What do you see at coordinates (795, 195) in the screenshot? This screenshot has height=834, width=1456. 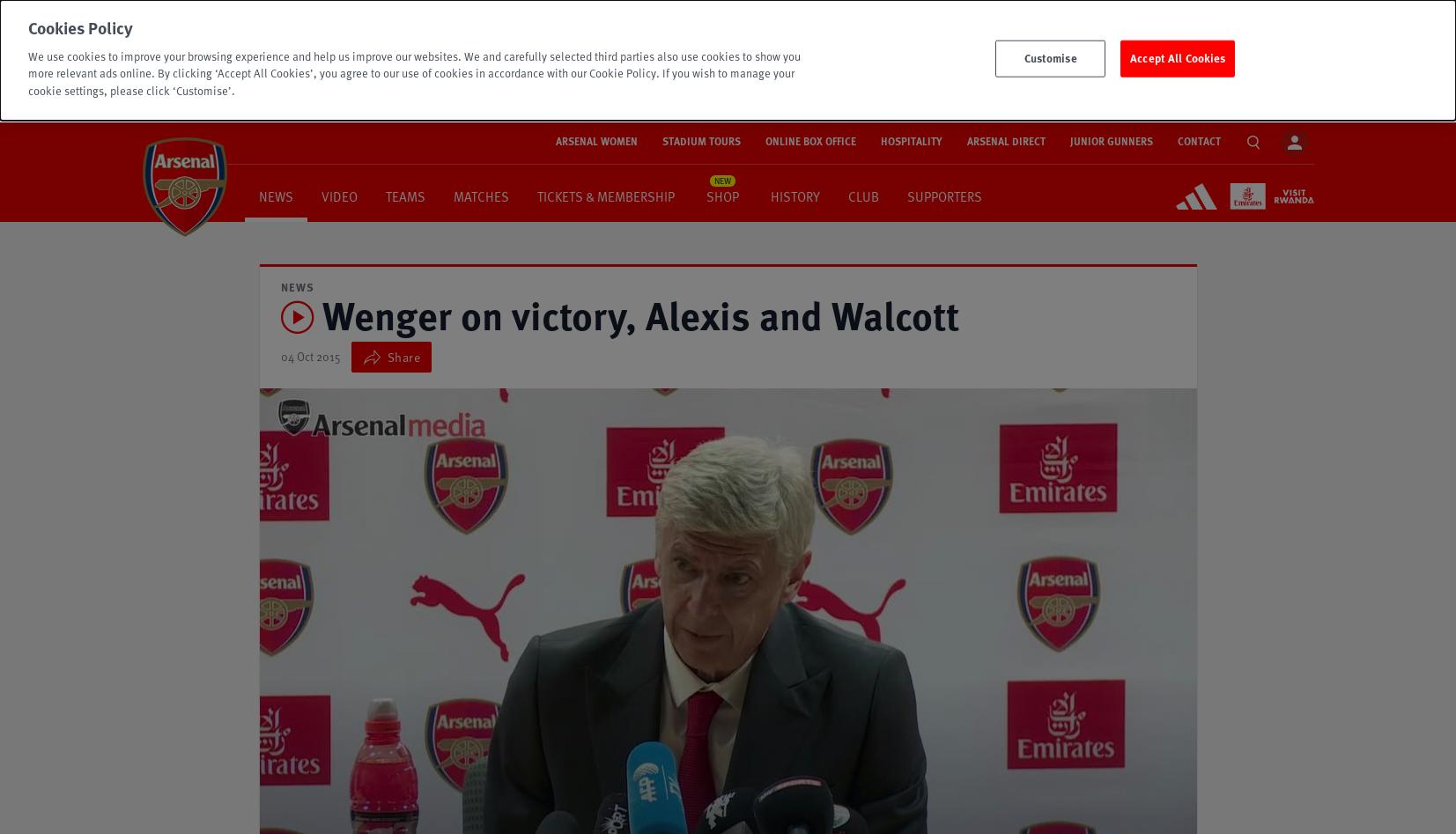 I see `'History'` at bounding box center [795, 195].